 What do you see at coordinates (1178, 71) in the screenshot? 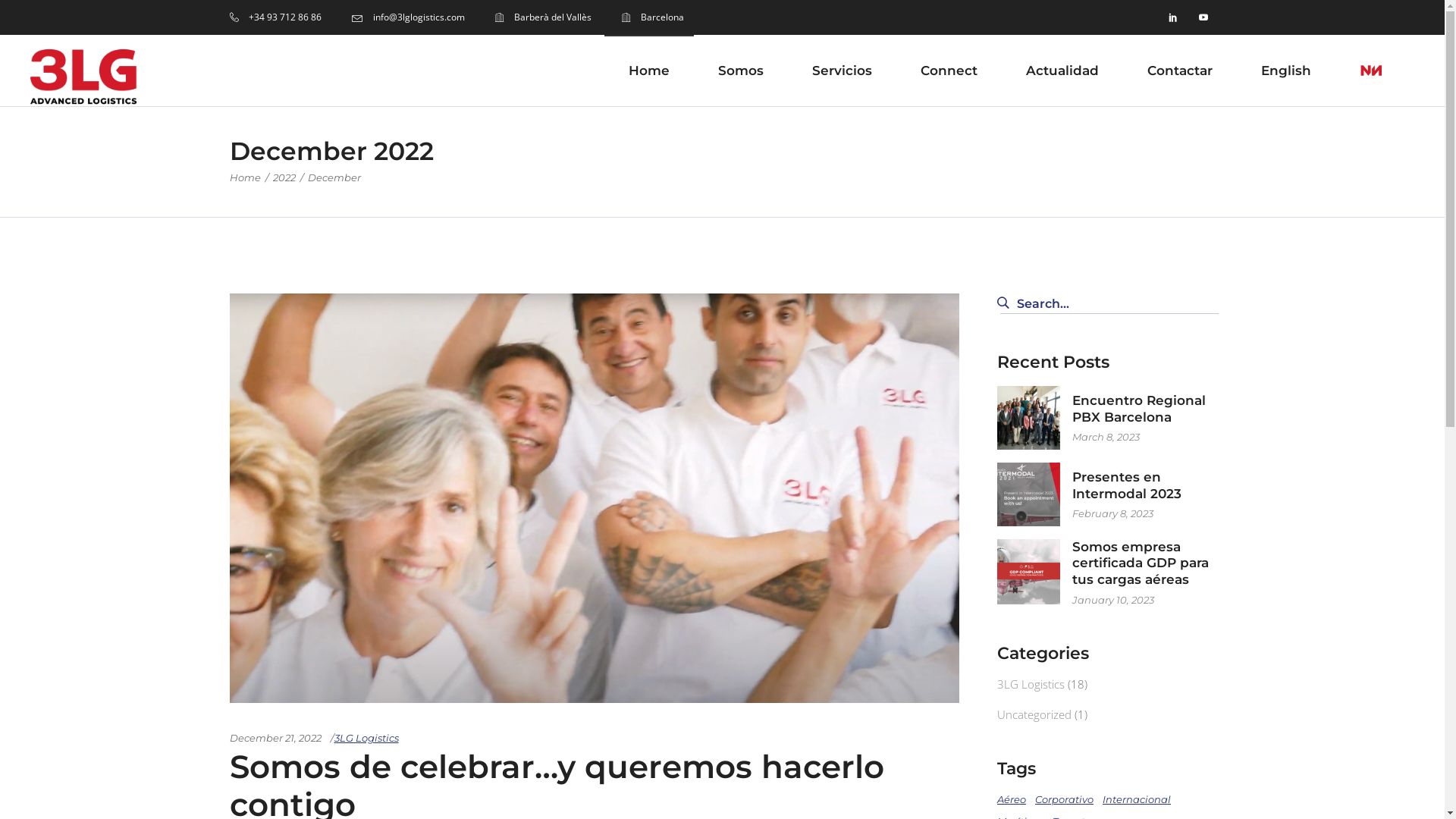
I see `'Contactar'` at bounding box center [1178, 71].